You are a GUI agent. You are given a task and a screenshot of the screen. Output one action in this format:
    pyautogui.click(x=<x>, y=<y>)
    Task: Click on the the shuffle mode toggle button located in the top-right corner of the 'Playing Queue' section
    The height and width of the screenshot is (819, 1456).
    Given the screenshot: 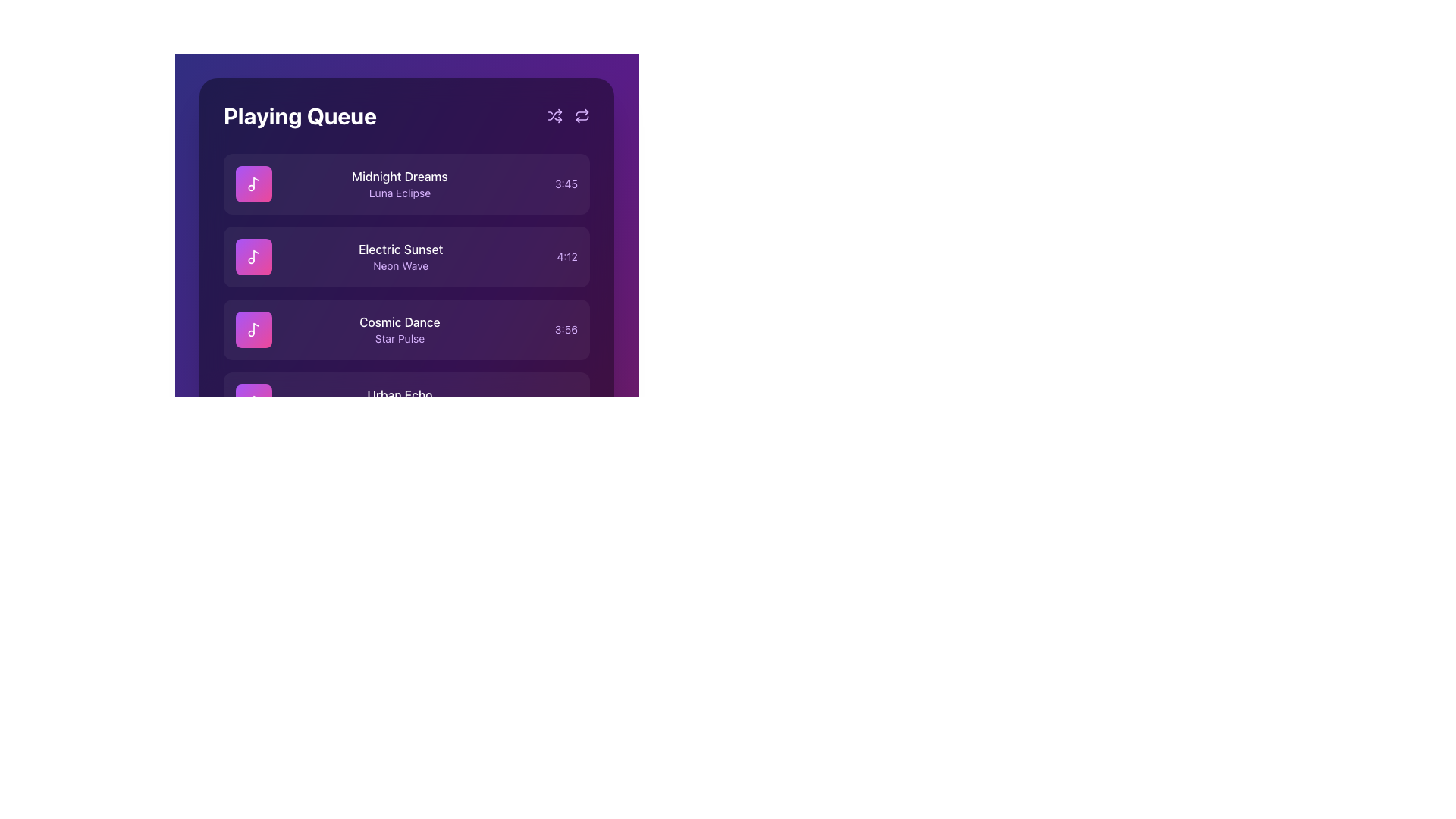 What is the action you would take?
    pyautogui.click(x=554, y=115)
    